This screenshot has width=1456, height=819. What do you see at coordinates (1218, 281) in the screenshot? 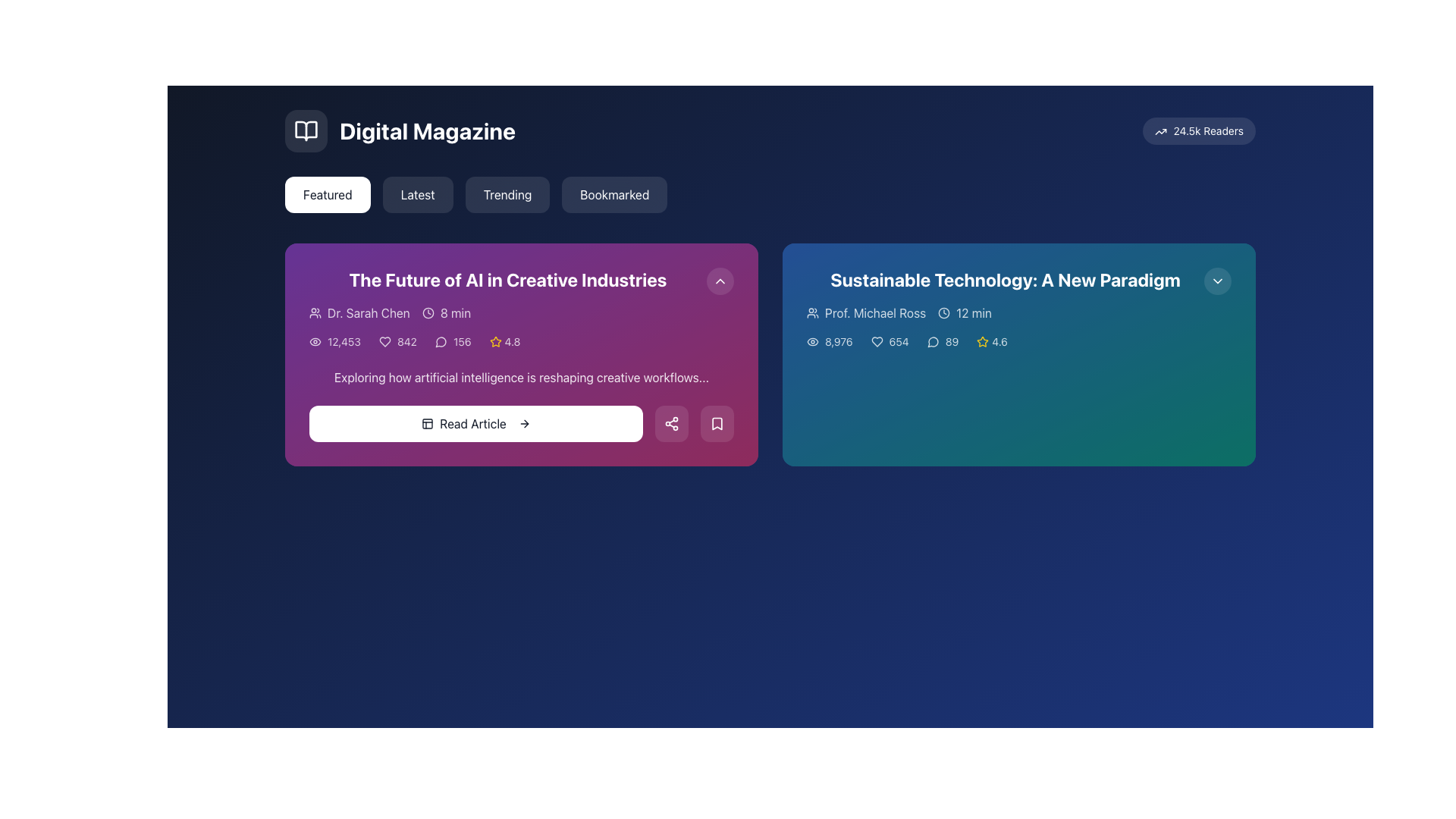
I see `the interactive dropdown trigger button located in the top-right corner of the card labeled 'Sustainable Technology: A New Paradigm'` at bounding box center [1218, 281].